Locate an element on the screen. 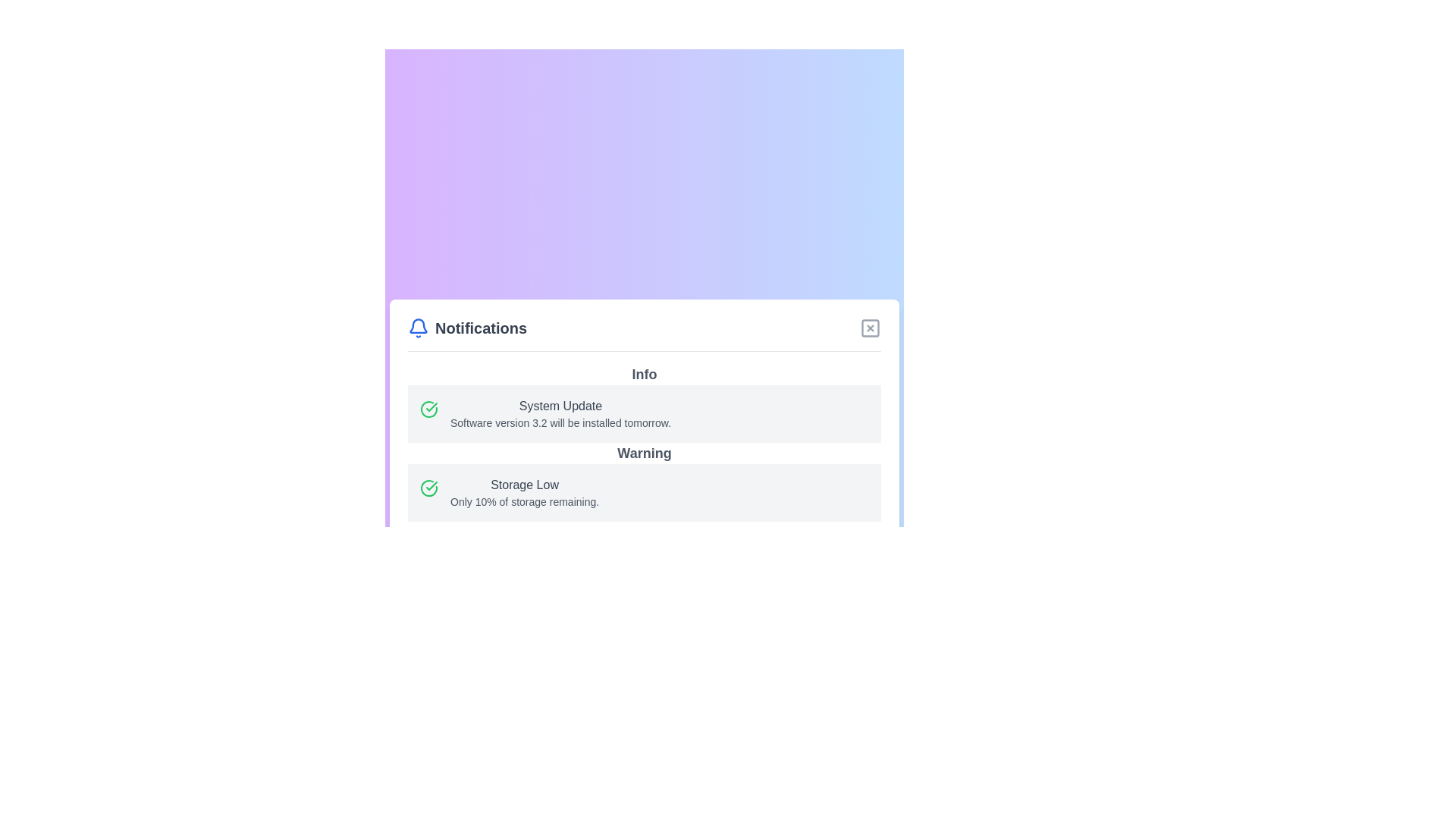 The height and width of the screenshot is (819, 1456). the static text header element that indicates the purpose or category of the notifications section is located at coordinates (480, 327).